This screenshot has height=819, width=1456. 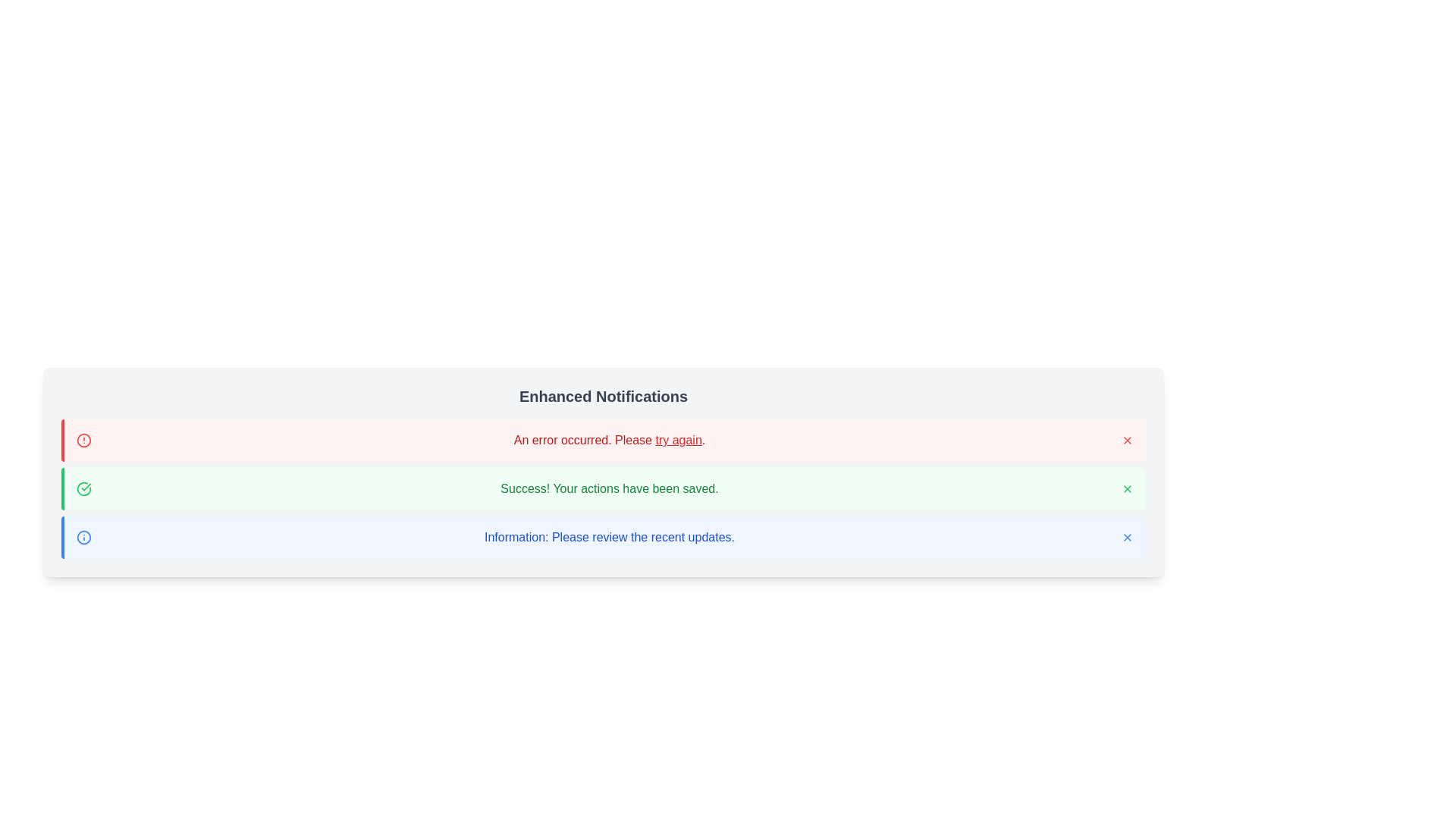 What do you see at coordinates (83, 441) in the screenshot?
I see `the red alert icon with a bold border and alert symbol, which is located to the left of the message 'An error occurred. Please try again.'` at bounding box center [83, 441].